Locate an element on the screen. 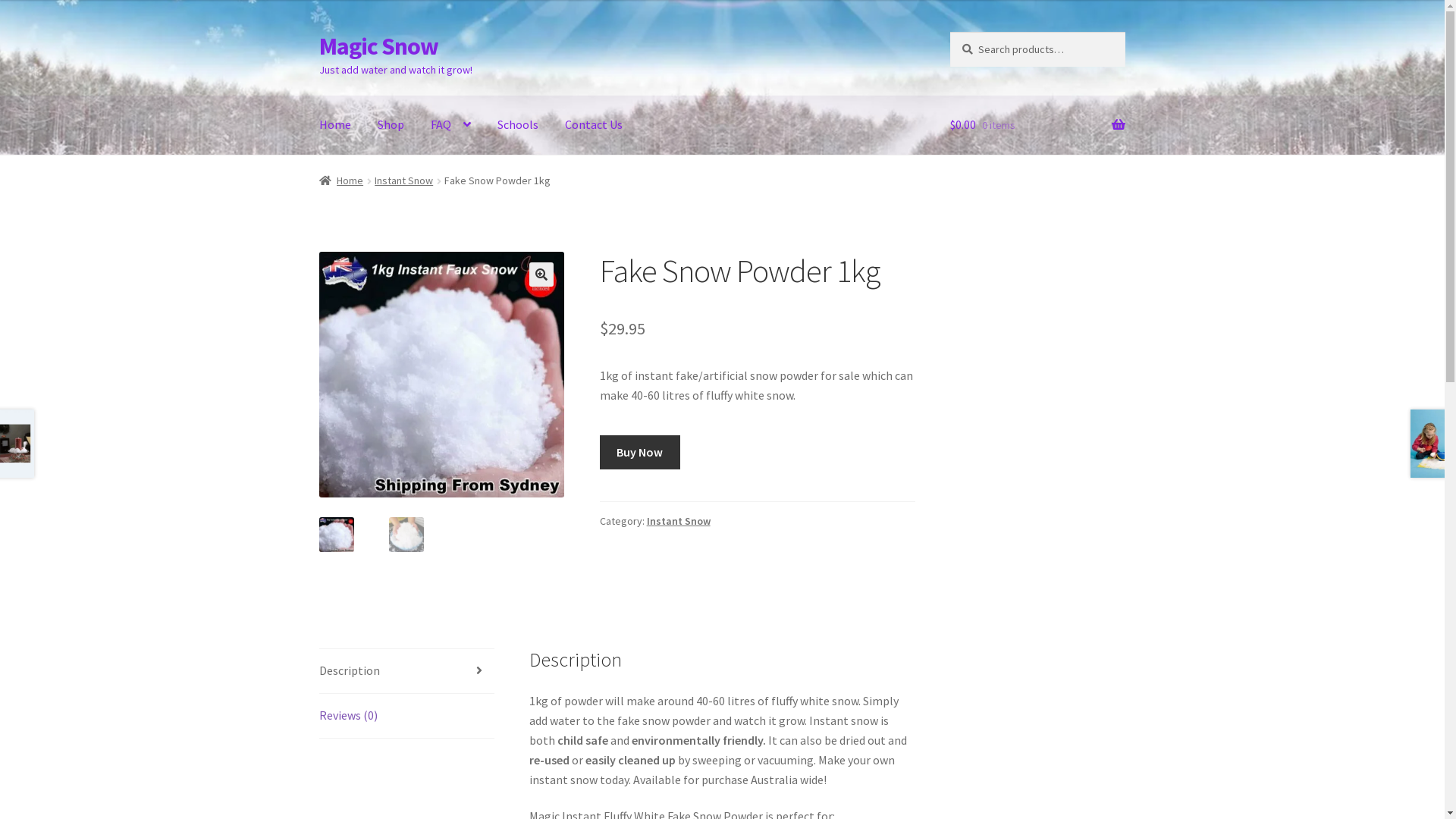 The image size is (1456, 819). 'Schools' is located at coordinates (517, 124).